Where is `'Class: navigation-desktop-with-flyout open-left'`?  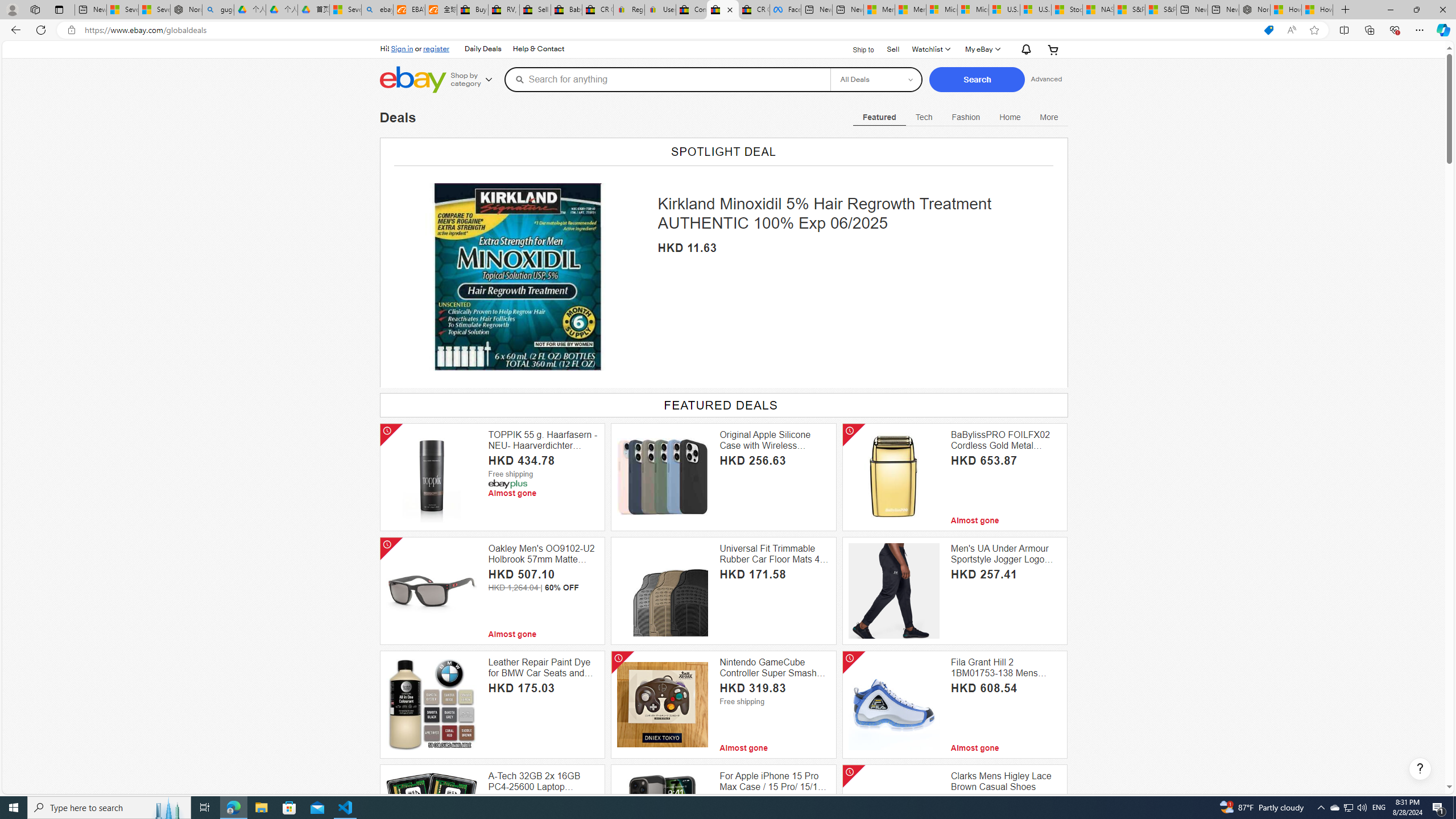 'Class: navigation-desktop-with-flyout open-left' is located at coordinates (1048, 115).